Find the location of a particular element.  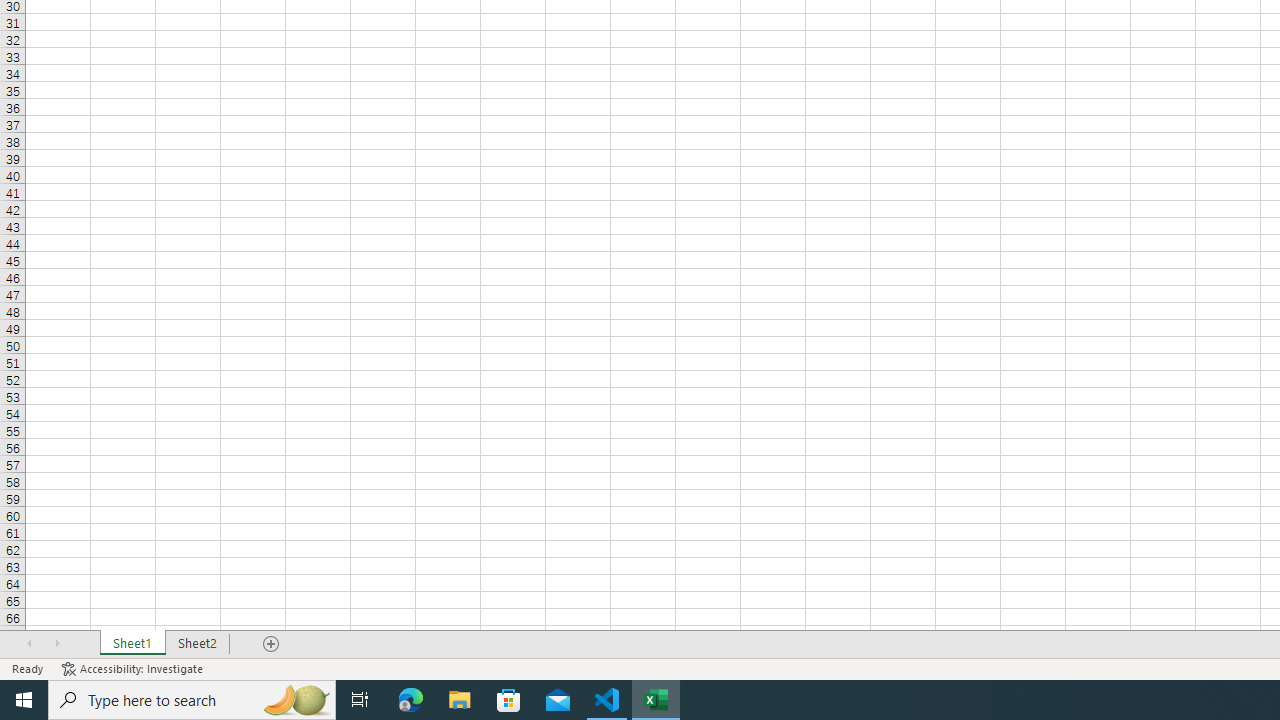

'Accessibility Checker Accessibility: Investigate' is located at coordinates (133, 669).